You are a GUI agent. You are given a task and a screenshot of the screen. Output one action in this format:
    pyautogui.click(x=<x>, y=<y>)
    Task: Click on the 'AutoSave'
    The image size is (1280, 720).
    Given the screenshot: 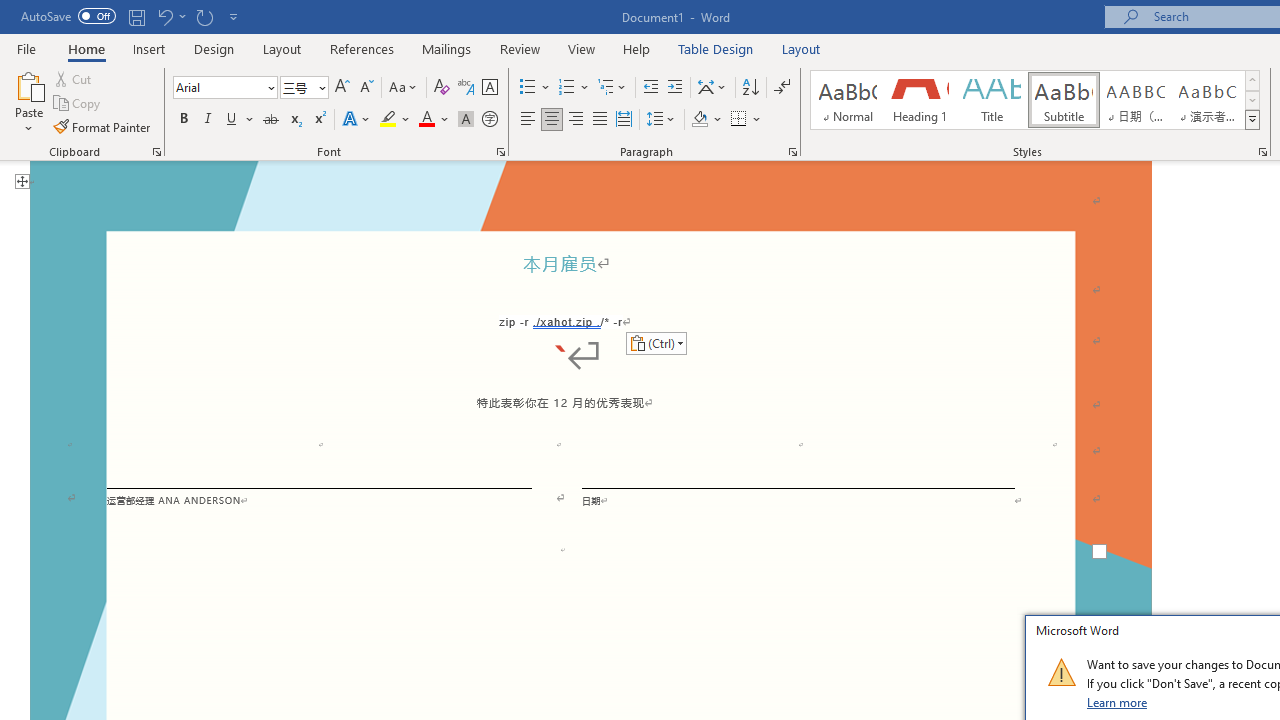 What is the action you would take?
    pyautogui.click(x=68, y=16)
    